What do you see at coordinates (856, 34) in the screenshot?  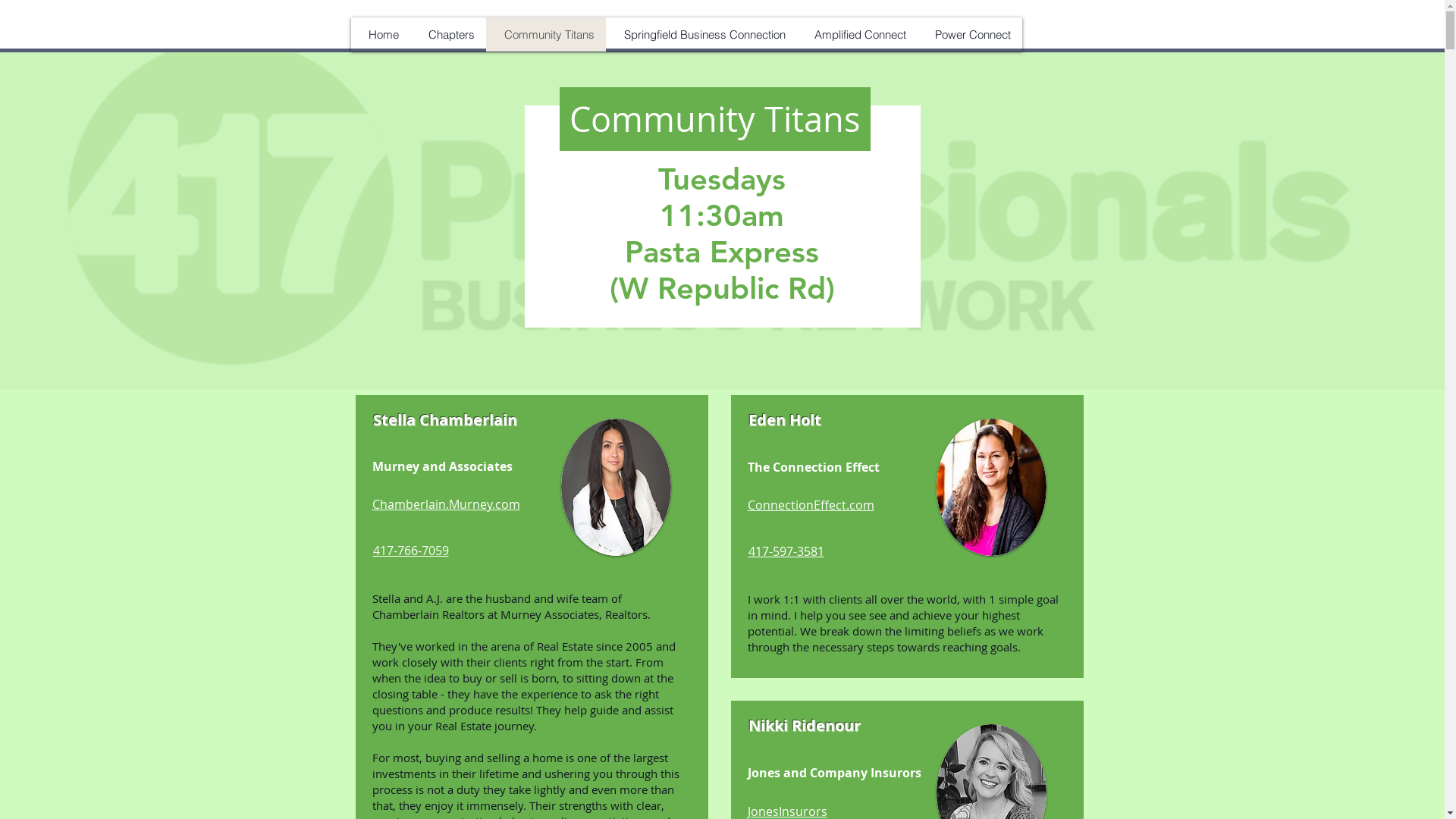 I see `'Amplified Connect'` at bounding box center [856, 34].